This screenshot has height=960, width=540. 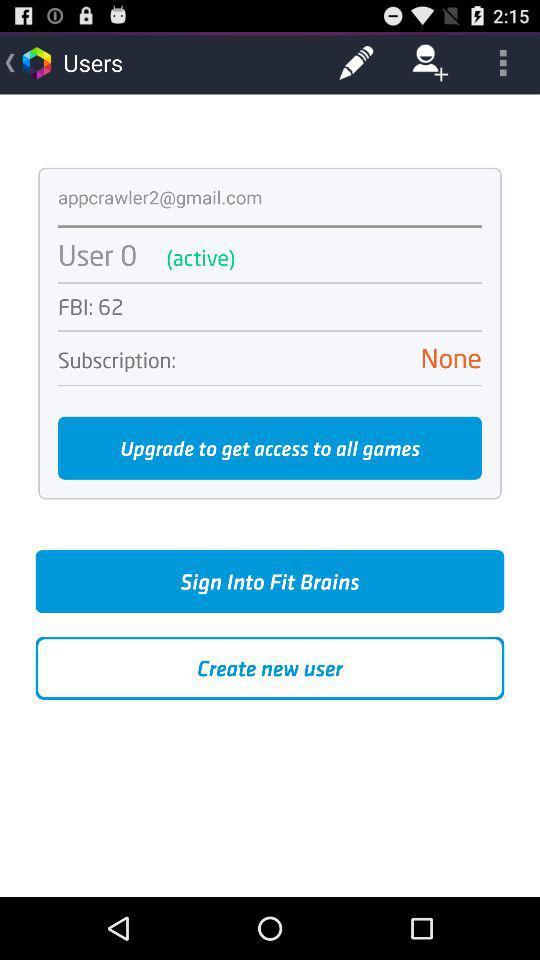 I want to click on the icon below the upgrade to get icon, so click(x=270, y=581).